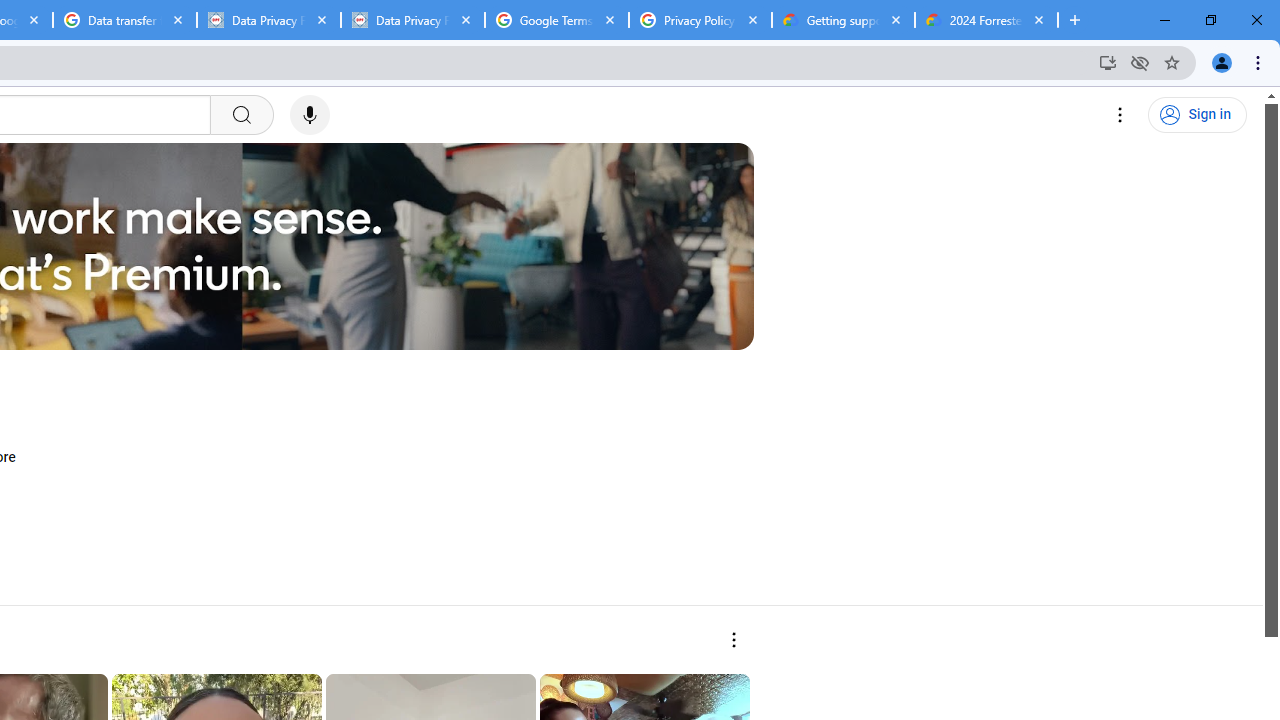  What do you see at coordinates (1259, 61) in the screenshot?
I see `'Chrome'` at bounding box center [1259, 61].